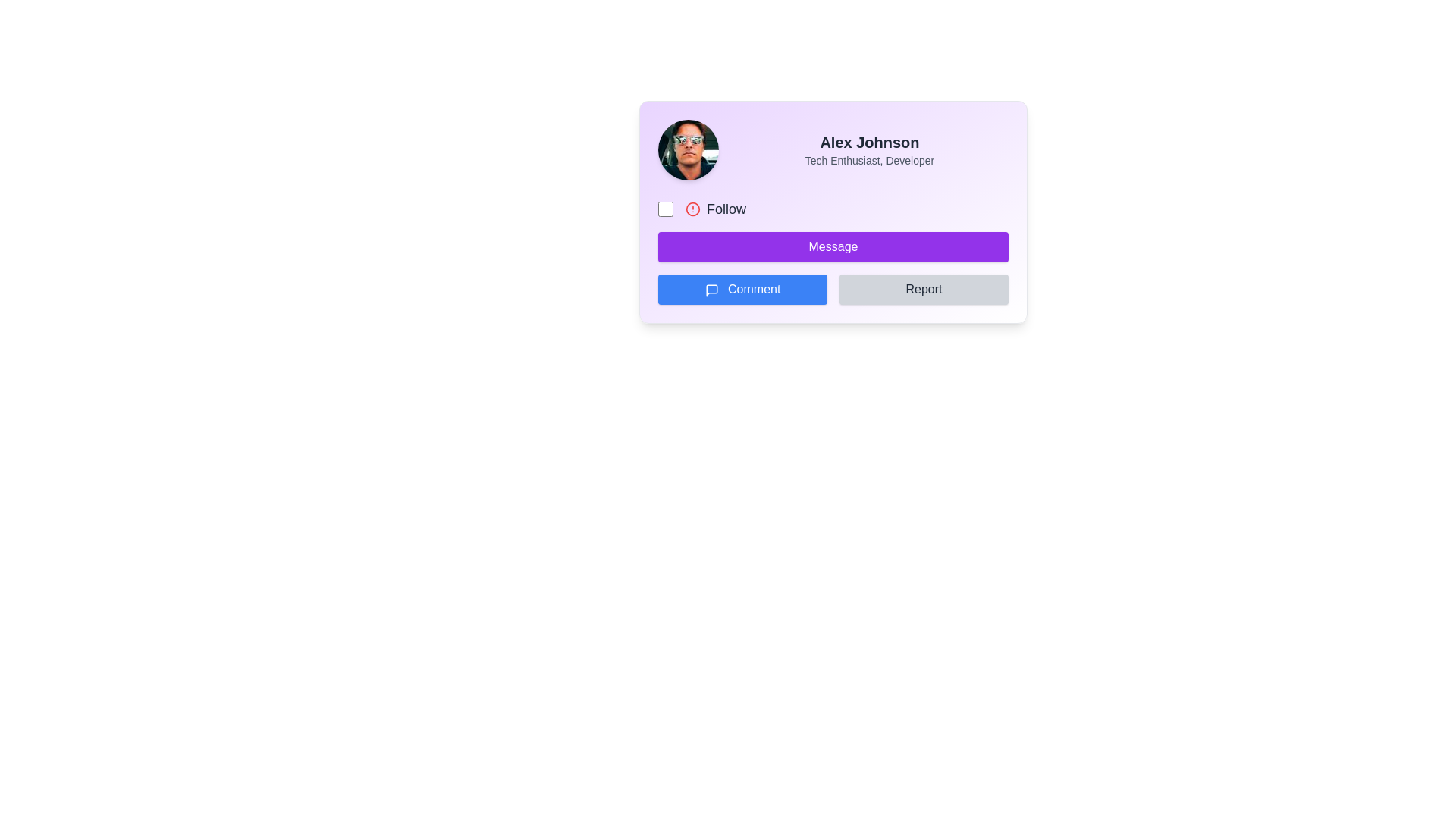  What do you see at coordinates (726, 209) in the screenshot?
I see `text of the 'Follow' label, which is displayed in a bold gray font and positioned to the right of a circular red icon in a user profile card` at bounding box center [726, 209].